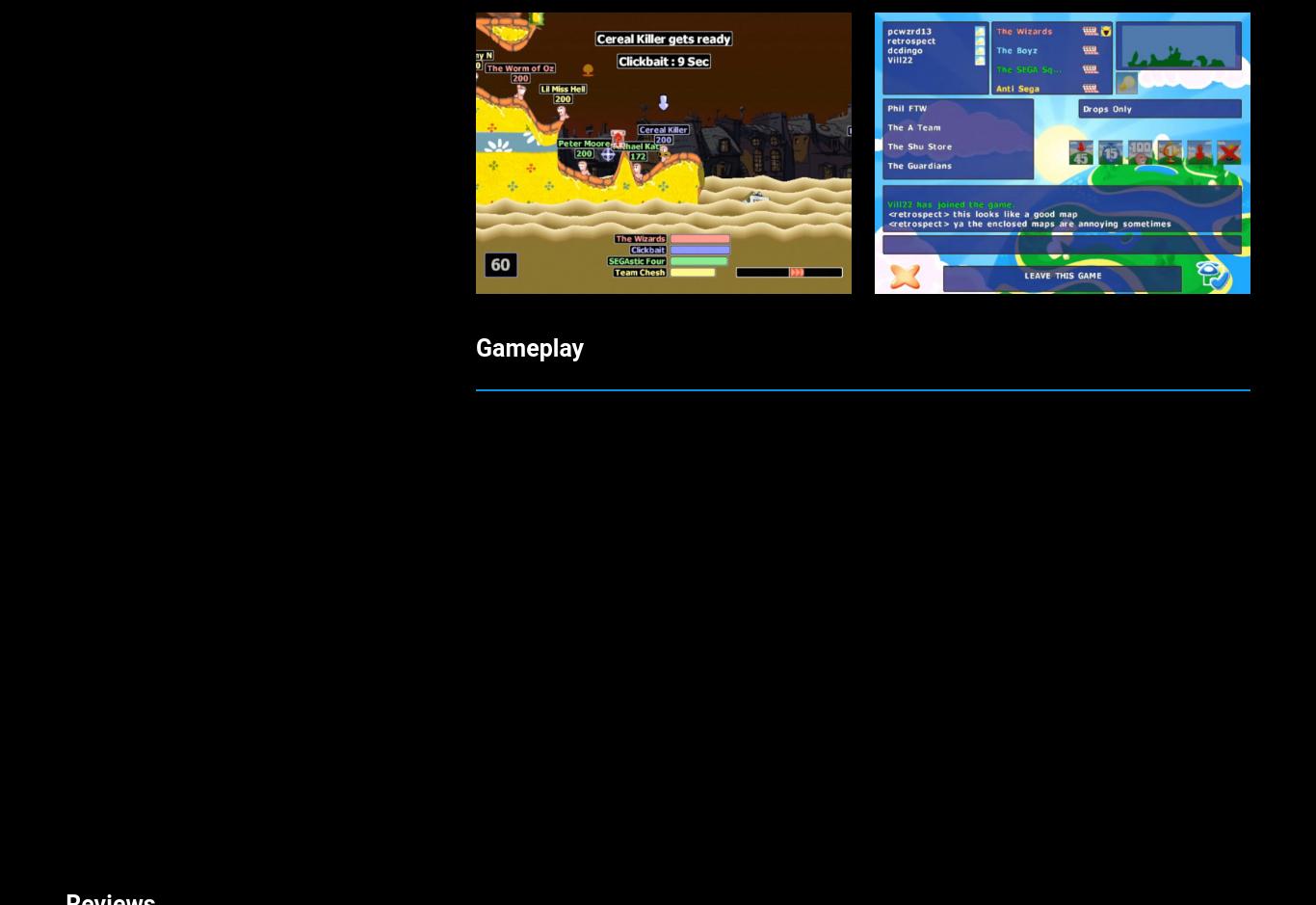  Describe the element at coordinates (243, 53) in the screenshot. I see `'One of the best games out there.'` at that location.